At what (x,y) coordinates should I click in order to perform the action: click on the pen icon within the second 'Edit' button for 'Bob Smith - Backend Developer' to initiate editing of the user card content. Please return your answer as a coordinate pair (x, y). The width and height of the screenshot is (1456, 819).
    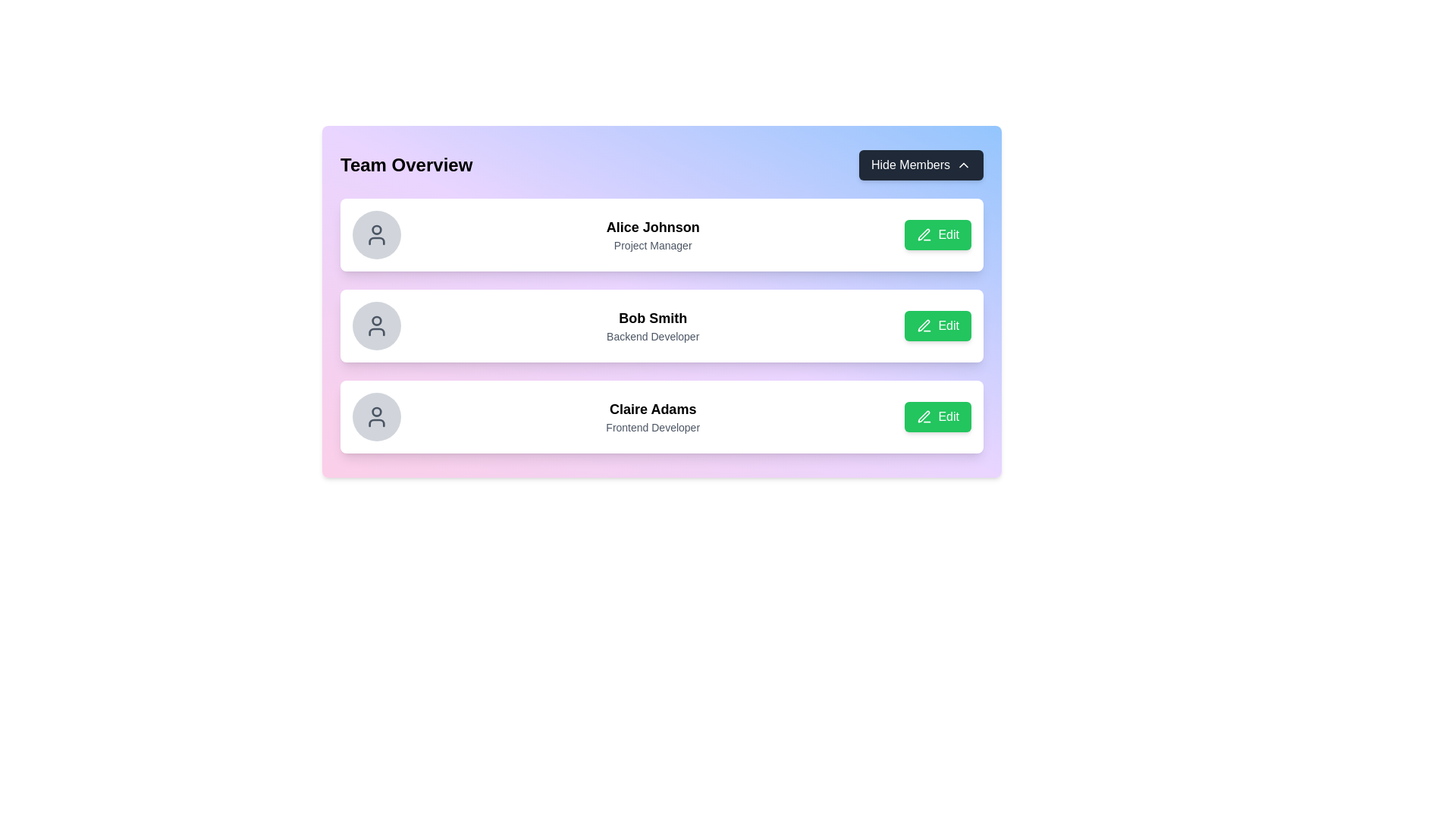
    Looking at the image, I should click on (924, 325).